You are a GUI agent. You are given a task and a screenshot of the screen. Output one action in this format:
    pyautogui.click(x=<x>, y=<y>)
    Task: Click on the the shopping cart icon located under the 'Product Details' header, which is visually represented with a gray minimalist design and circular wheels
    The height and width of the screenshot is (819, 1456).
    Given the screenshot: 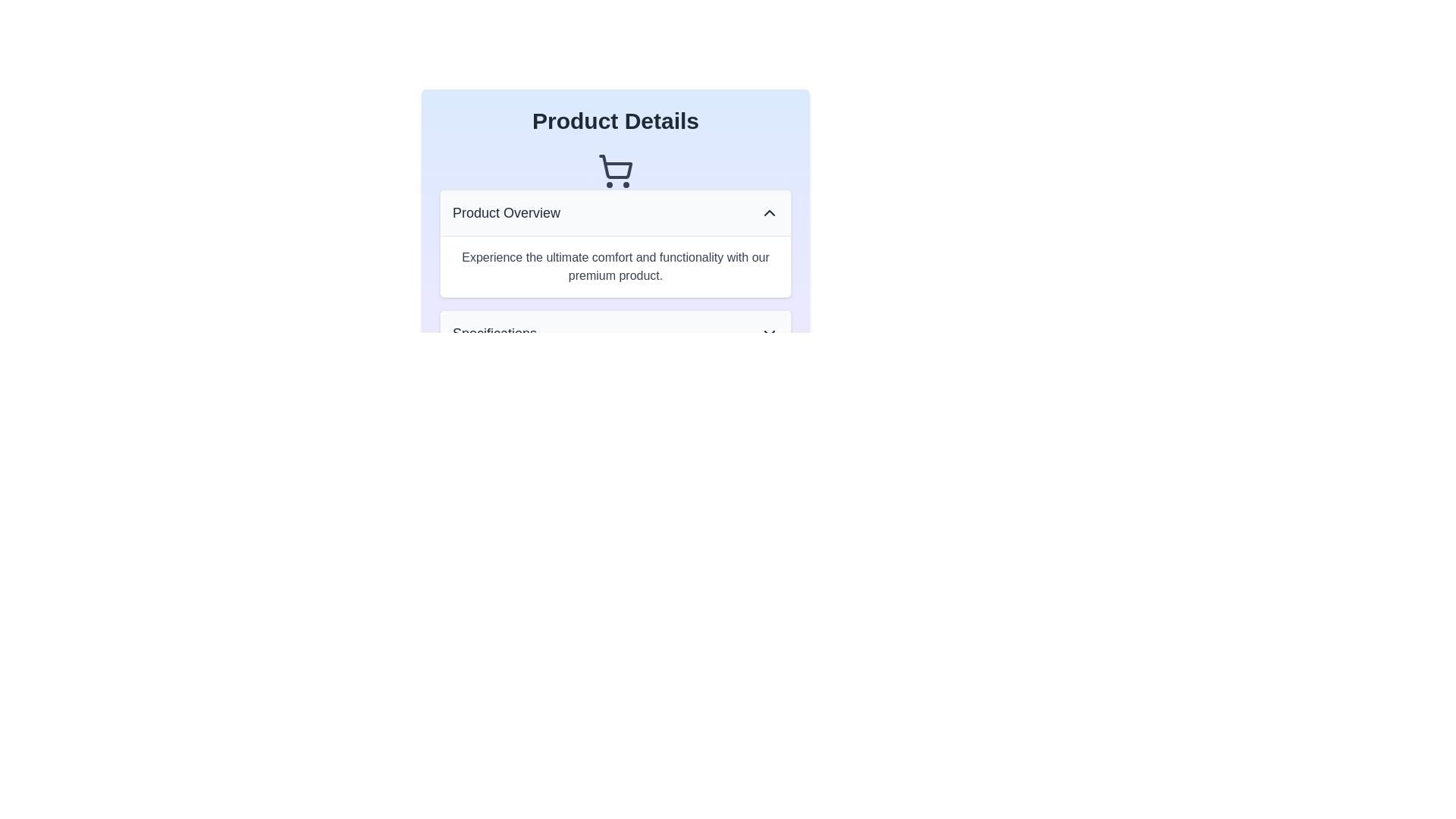 What is the action you would take?
    pyautogui.click(x=615, y=171)
    